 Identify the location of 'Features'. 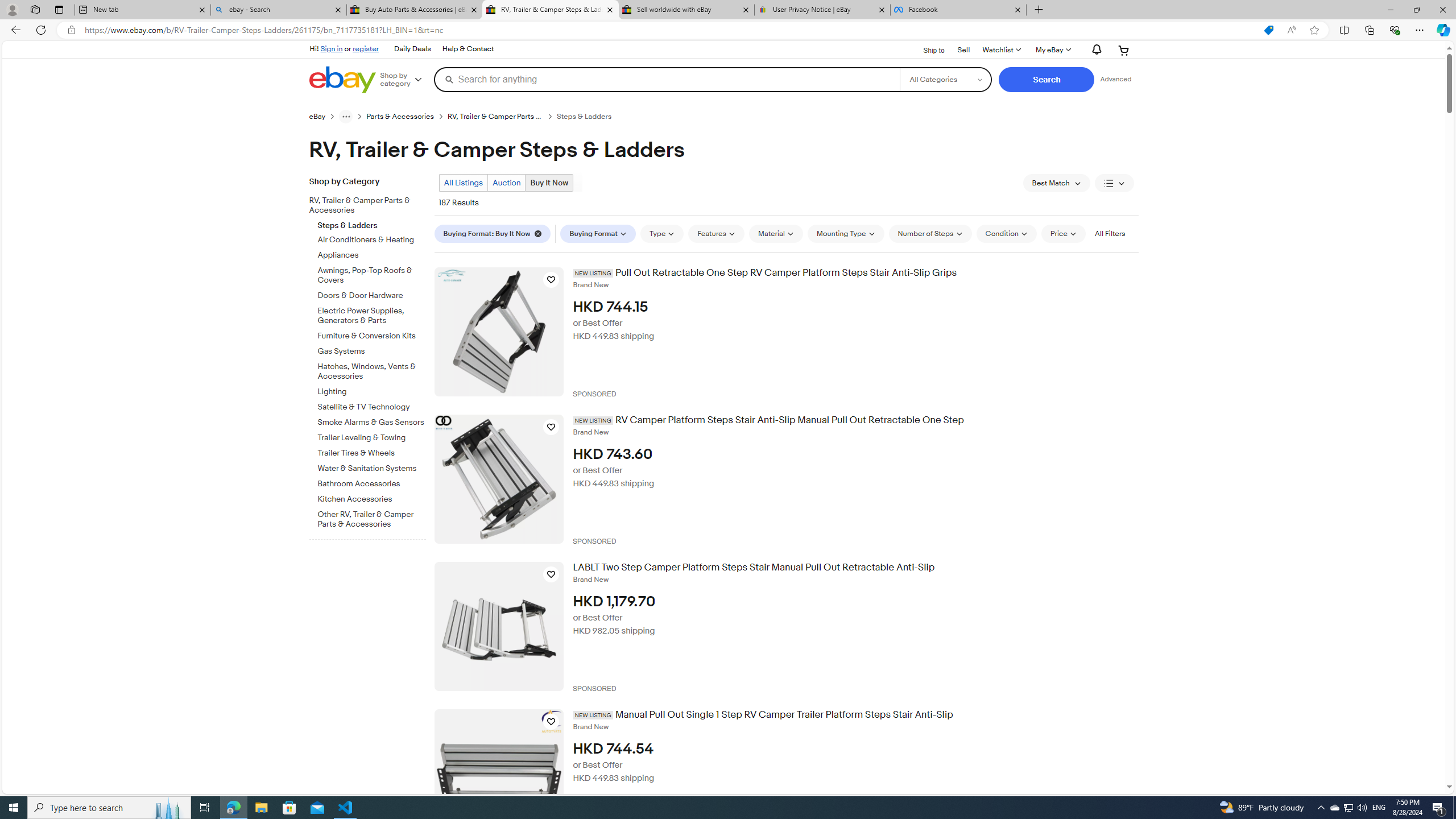
(716, 233).